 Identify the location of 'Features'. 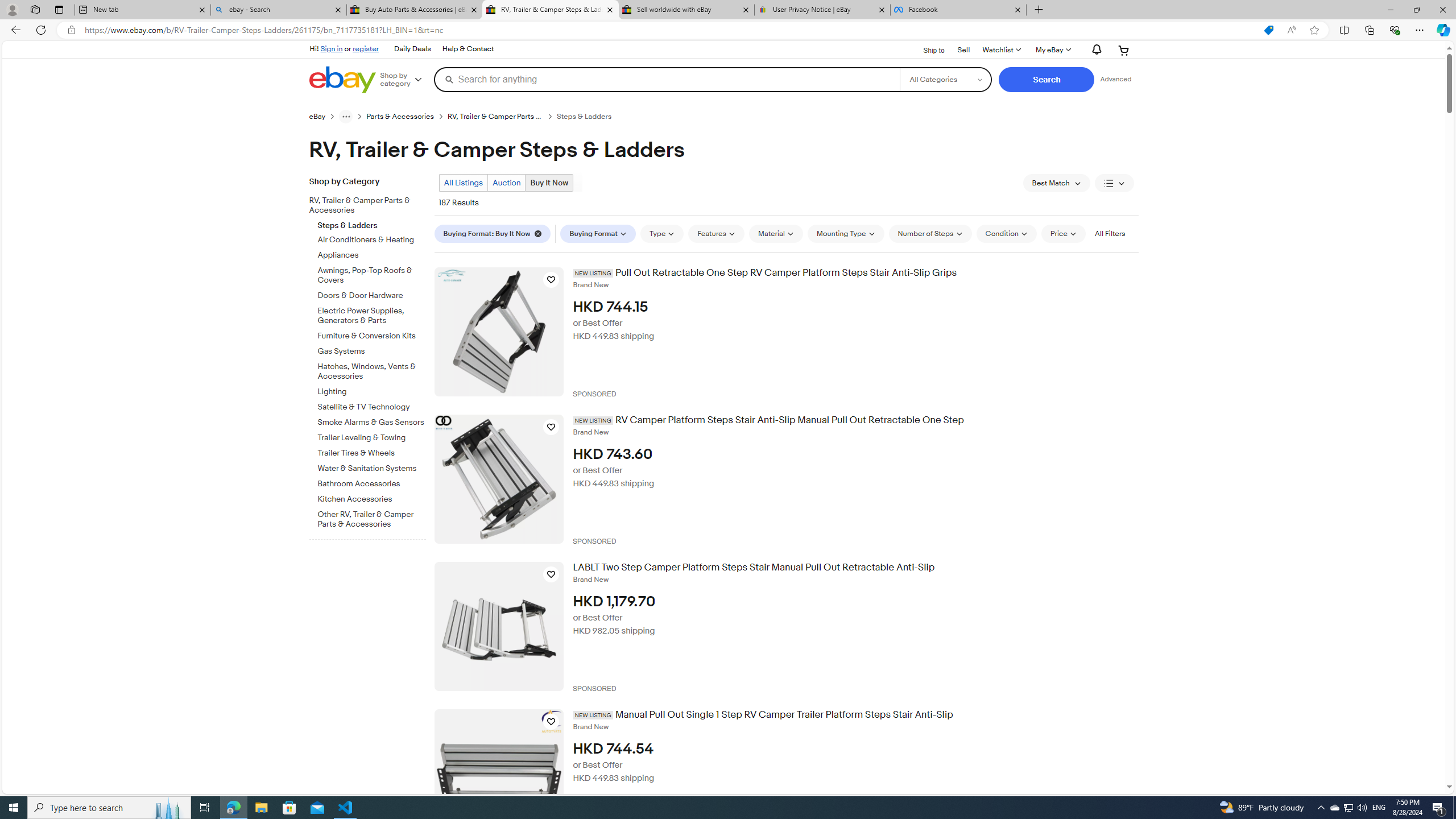
(716, 233).